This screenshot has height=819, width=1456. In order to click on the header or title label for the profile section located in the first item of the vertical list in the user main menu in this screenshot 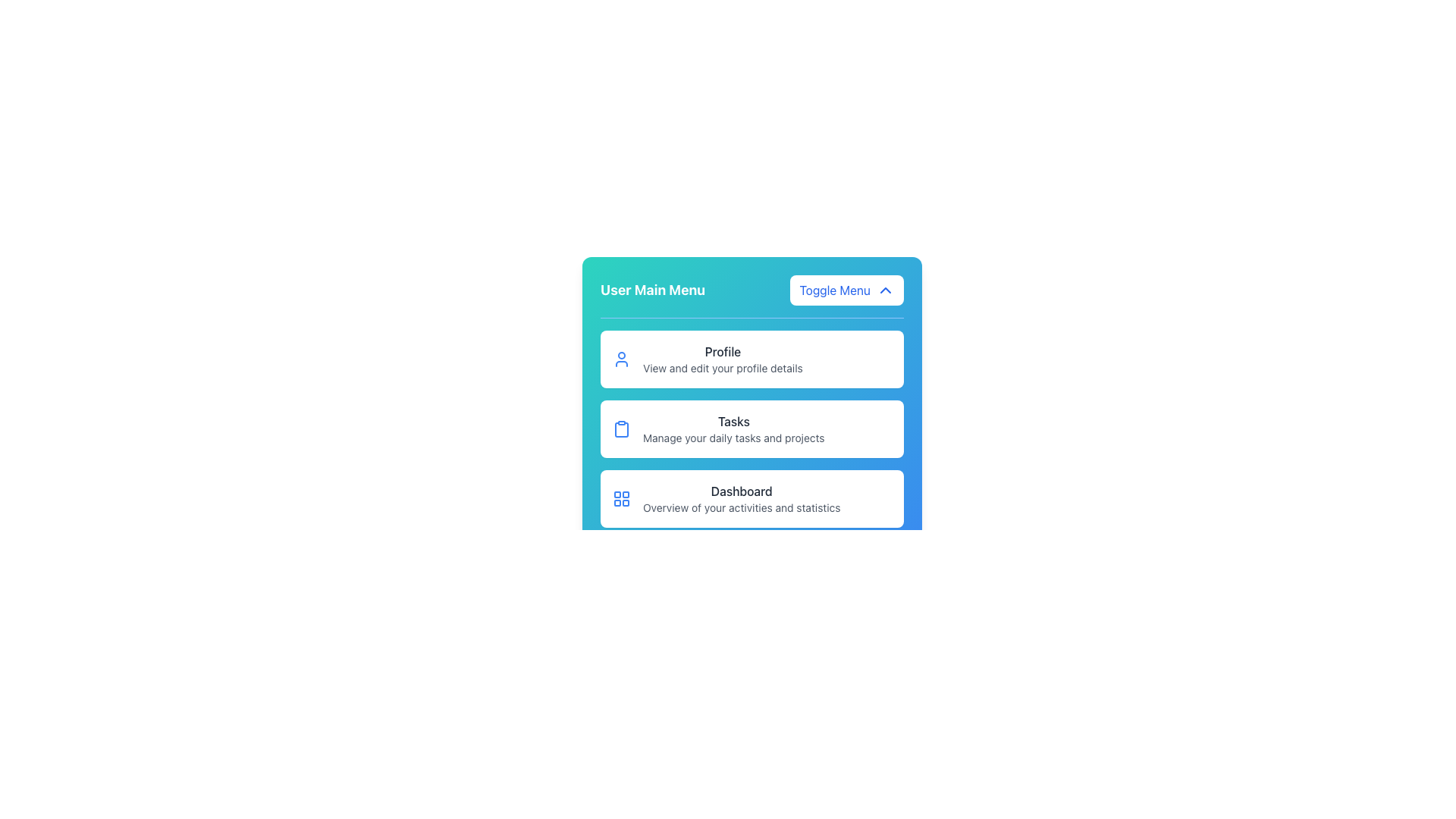, I will do `click(722, 351)`.